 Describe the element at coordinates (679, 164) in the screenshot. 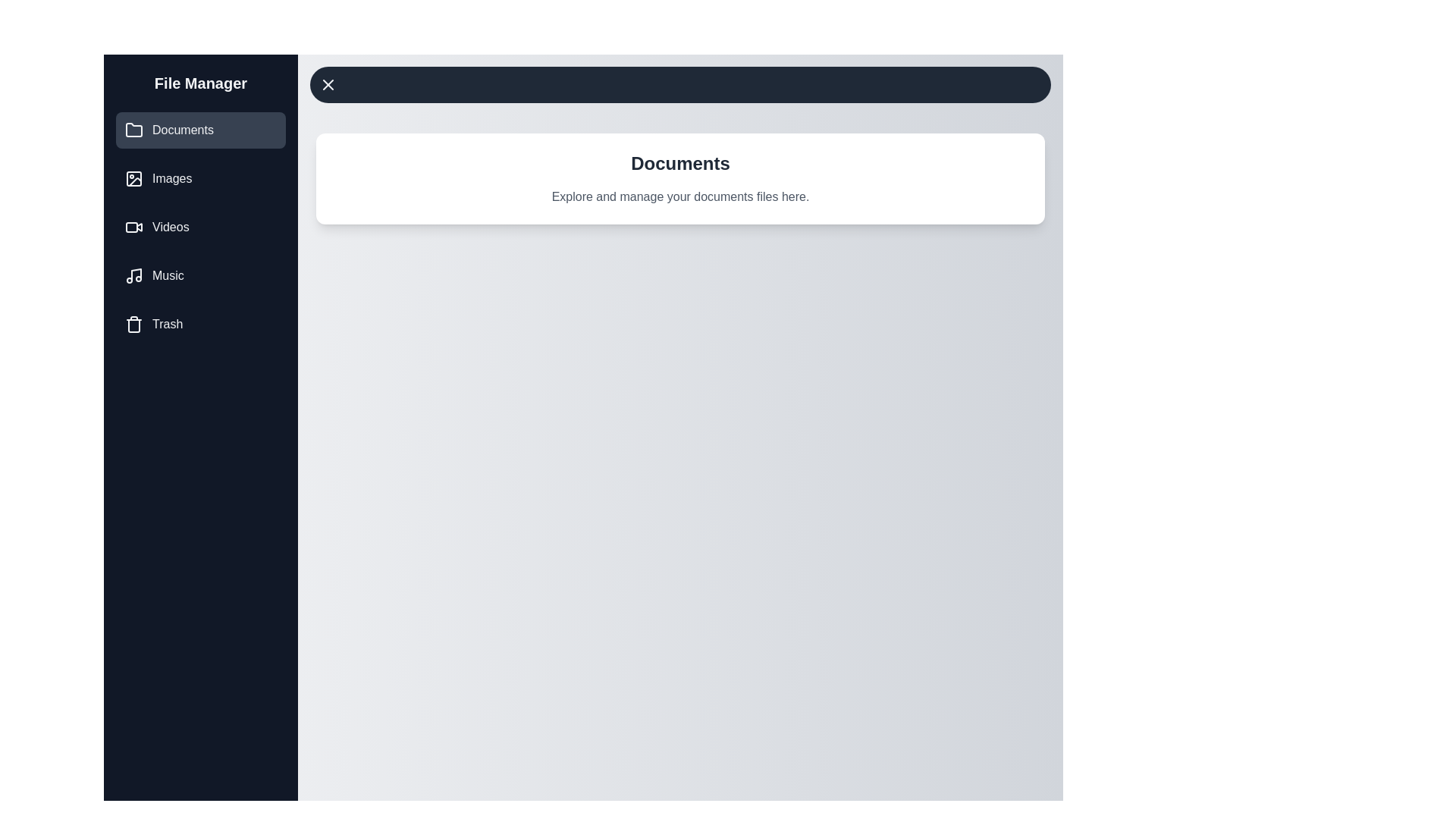

I see `the header text 'Documents' in the main section` at that location.